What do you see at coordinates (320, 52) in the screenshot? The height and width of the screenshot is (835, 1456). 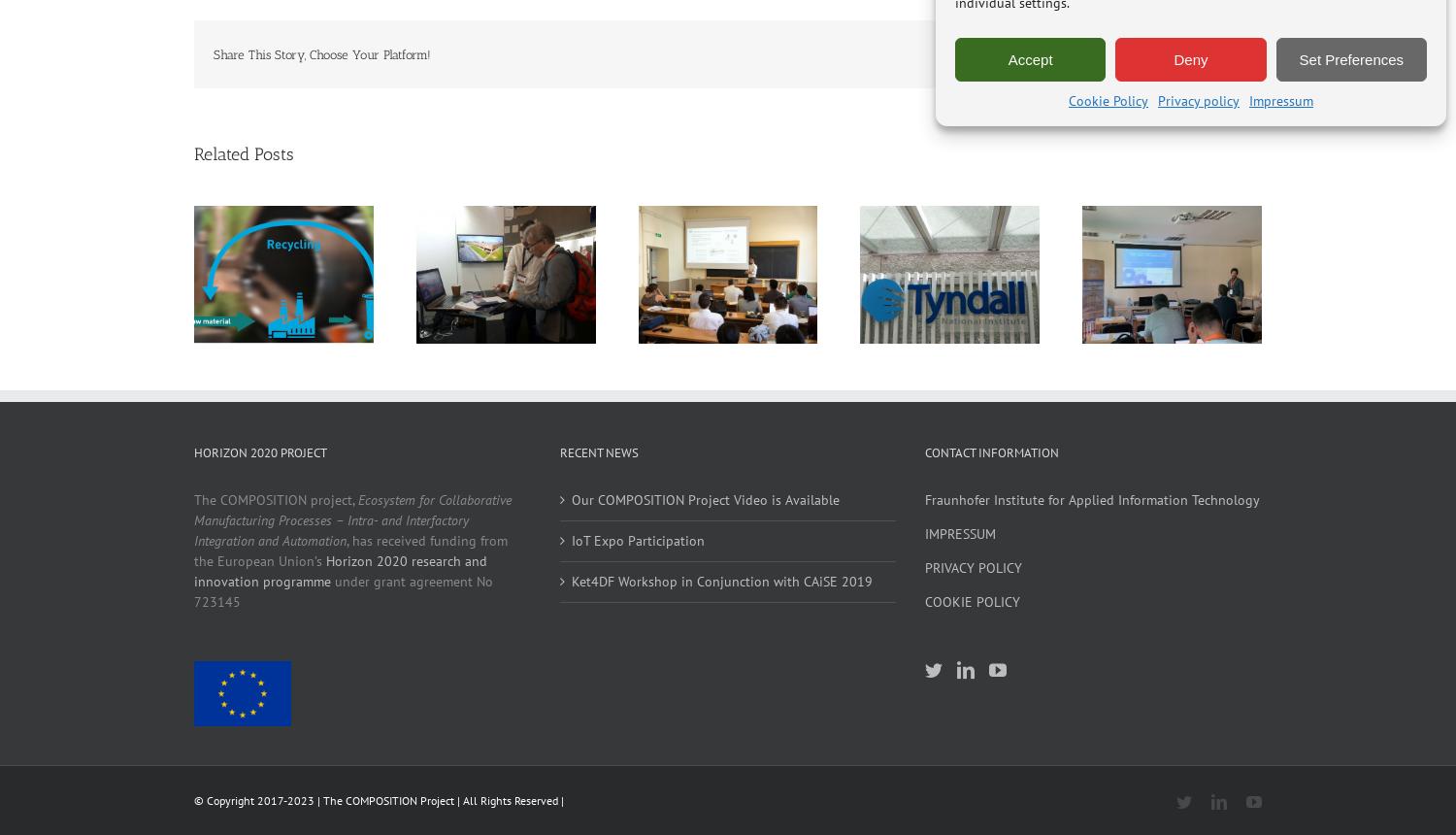 I see `'Share This Story, Choose Your Platform!'` at bounding box center [320, 52].